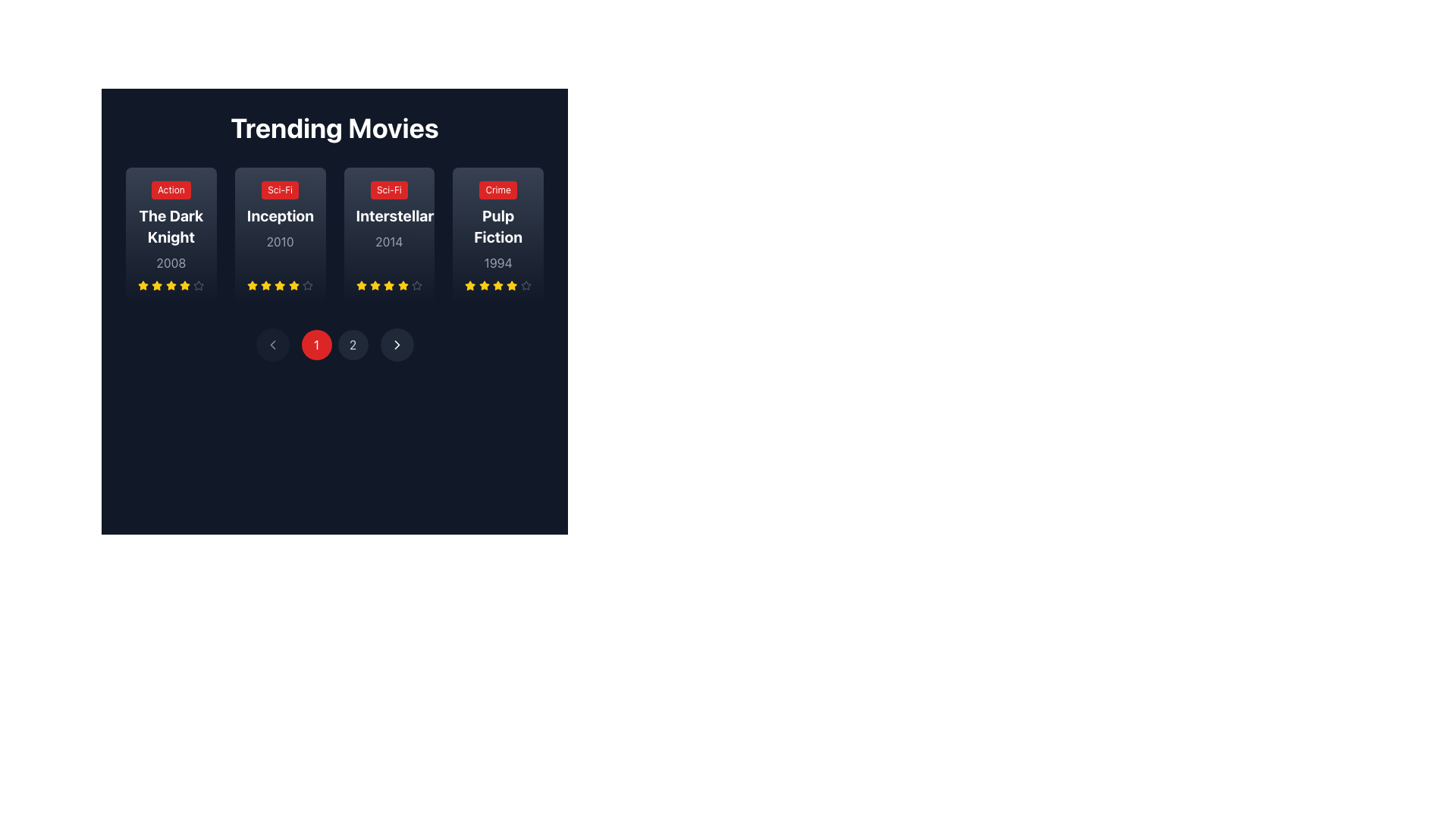 The image size is (1456, 819). What do you see at coordinates (171, 285) in the screenshot?
I see `the star icons in the rating system displayed beneath the movie title 'The Dark Knight'` at bounding box center [171, 285].